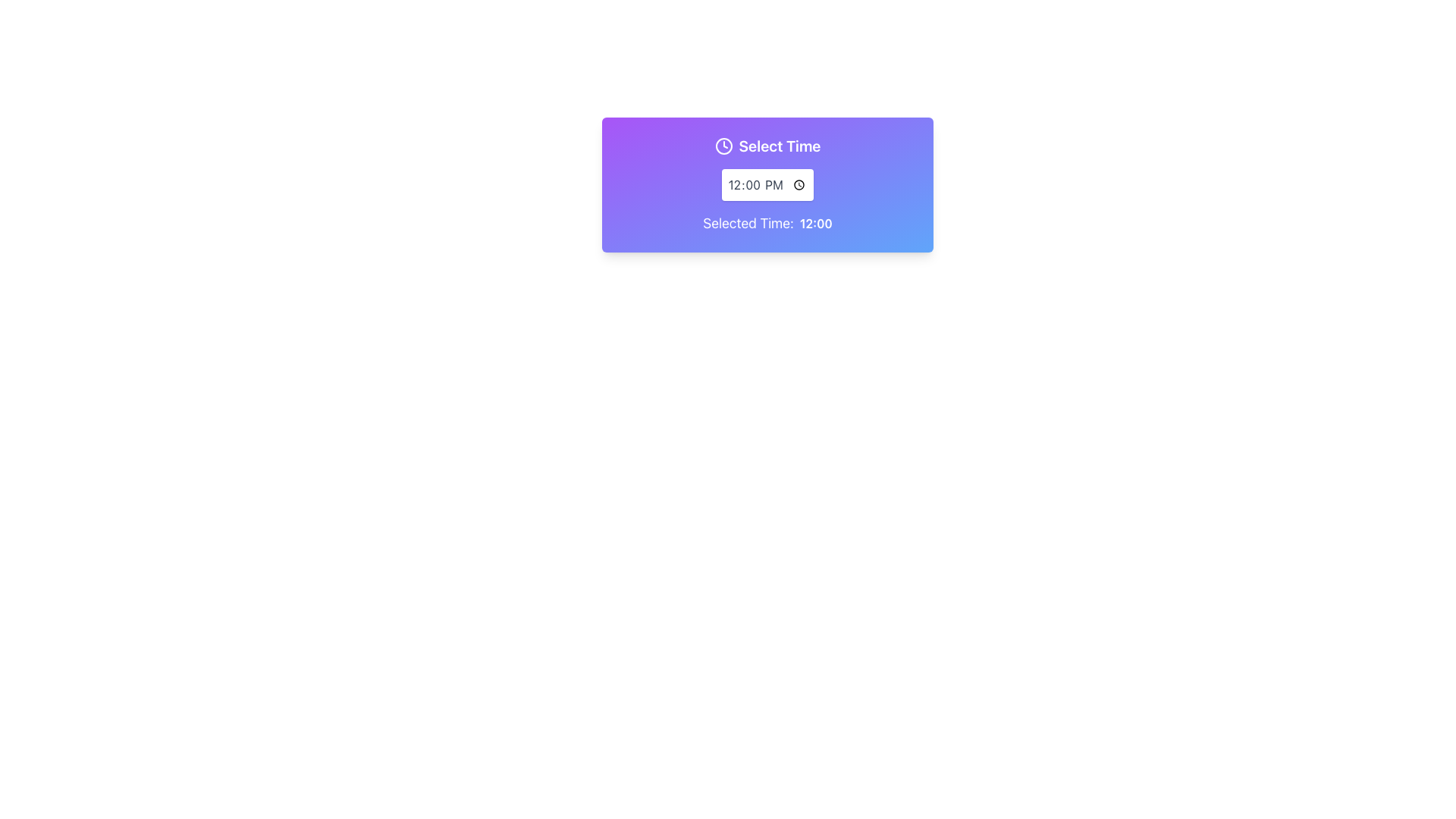 This screenshot has height=819, width=1456. What do you see at coordinates (780, 146) in the screenshot?
I see `the 'Select Time' text label, which is a bold, white label against a gradient background, located in the upper central area of a card layout` at bounding box center [780, 146].